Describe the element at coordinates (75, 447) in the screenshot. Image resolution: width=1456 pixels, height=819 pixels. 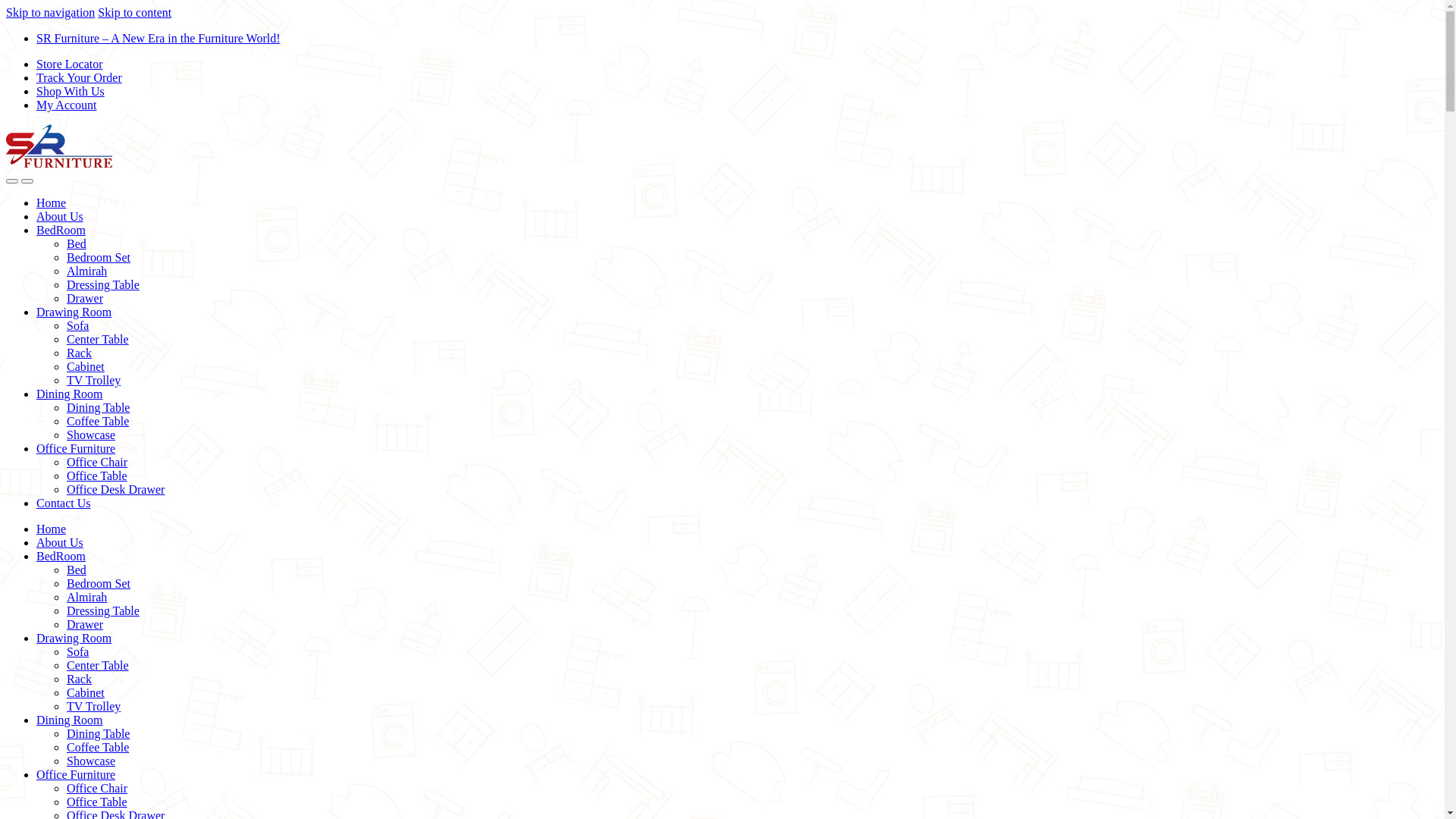
I see `'Office Furniture'` at that location.